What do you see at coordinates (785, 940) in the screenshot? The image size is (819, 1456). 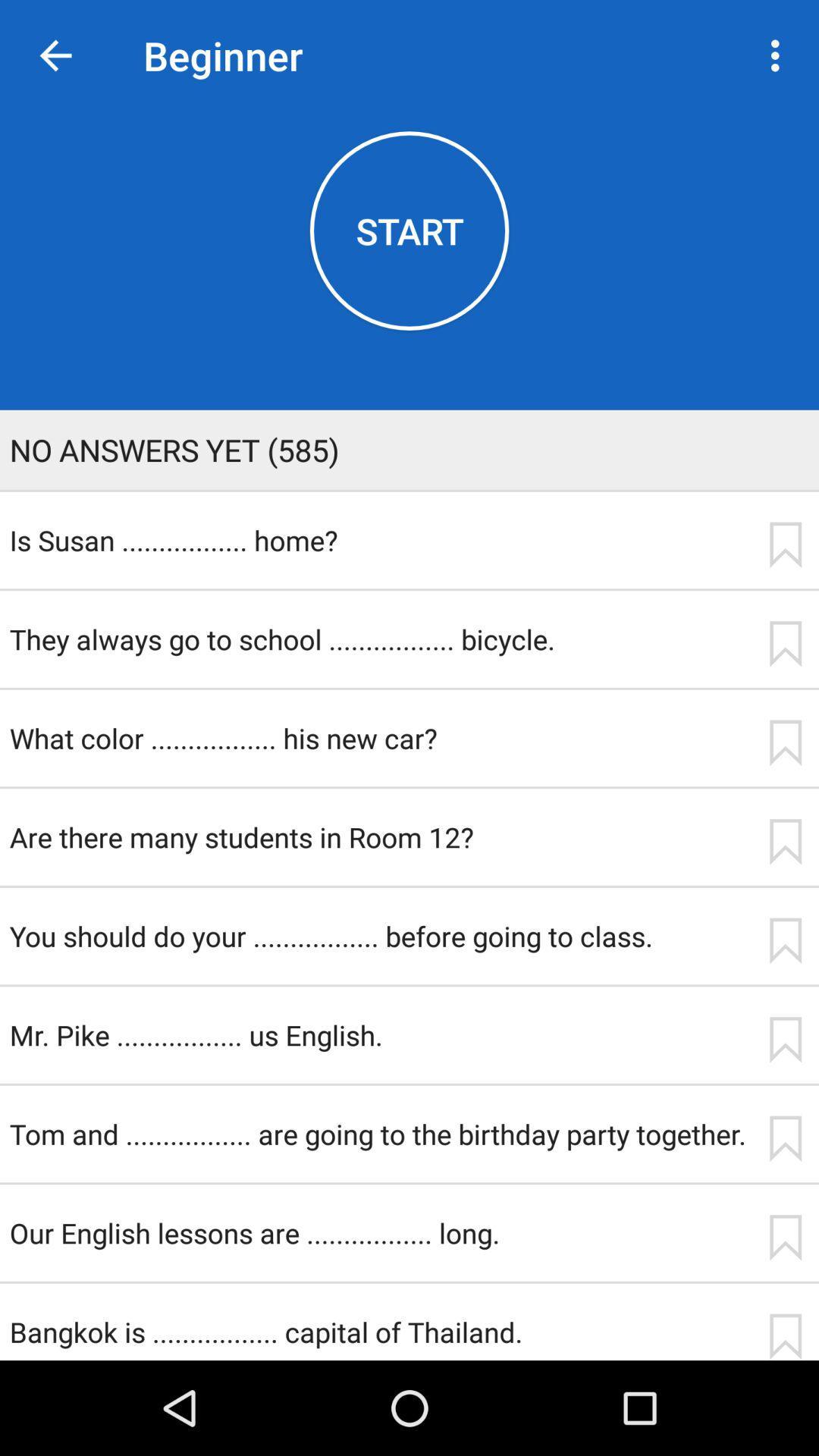 I see `app to the right of the you should do icon` at bounding box center [785, 940].